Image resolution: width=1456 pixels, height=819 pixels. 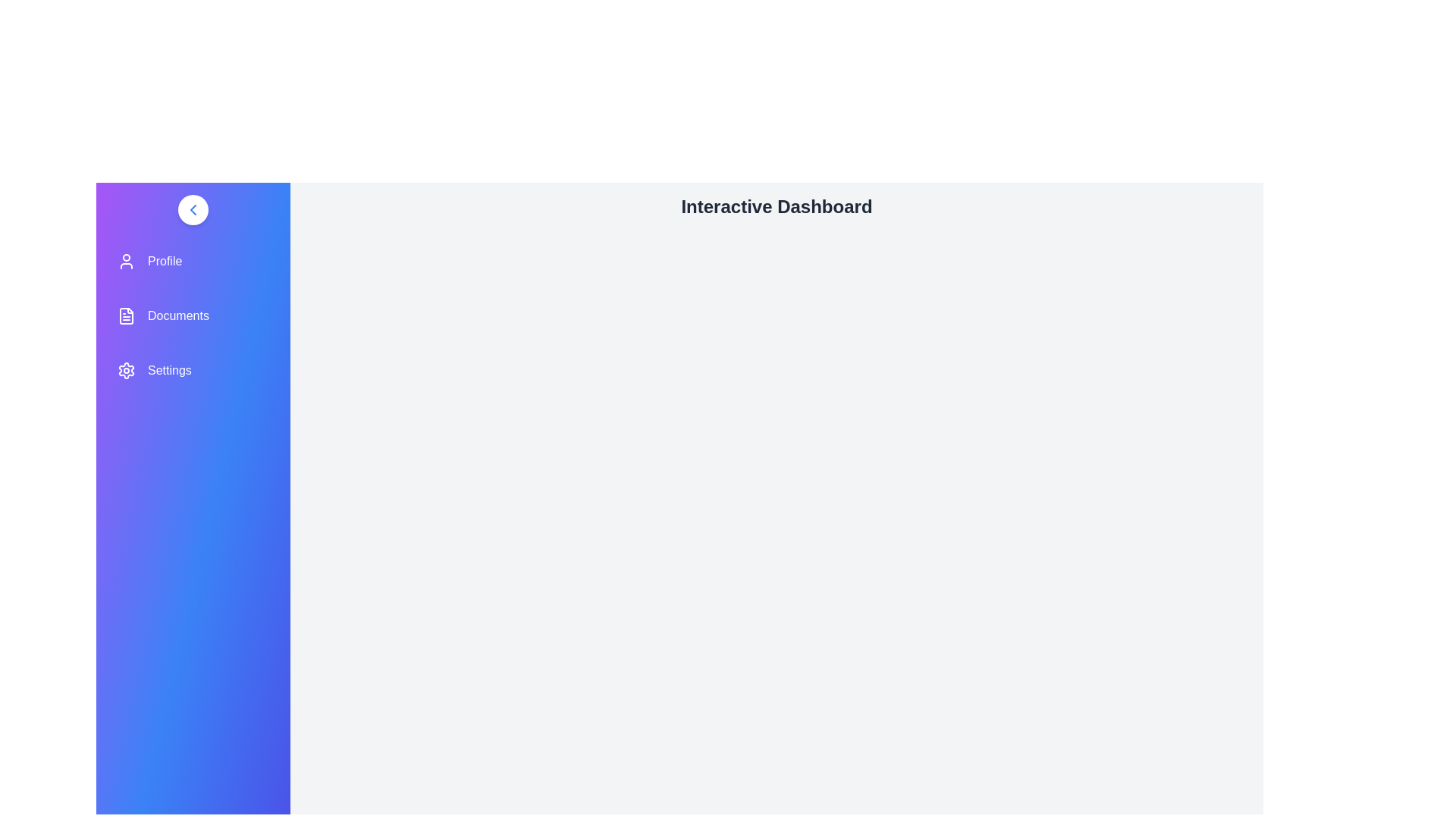 I want to click on the menu item Documents to navigate, so click(x=192, y=315).